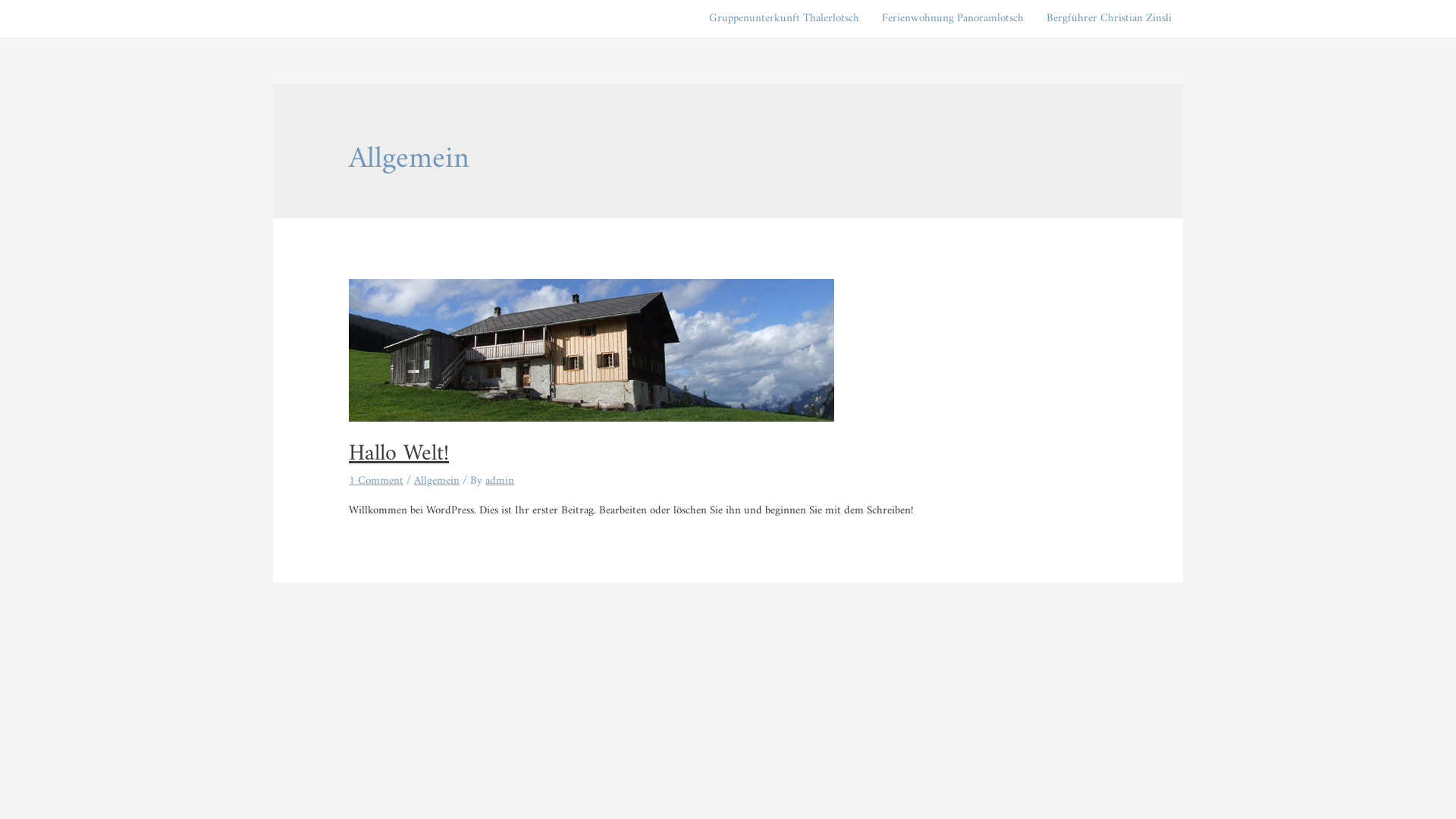 The image size is (1456, 819). I want to click on 'Hallo Welt!', so click(348, 453).